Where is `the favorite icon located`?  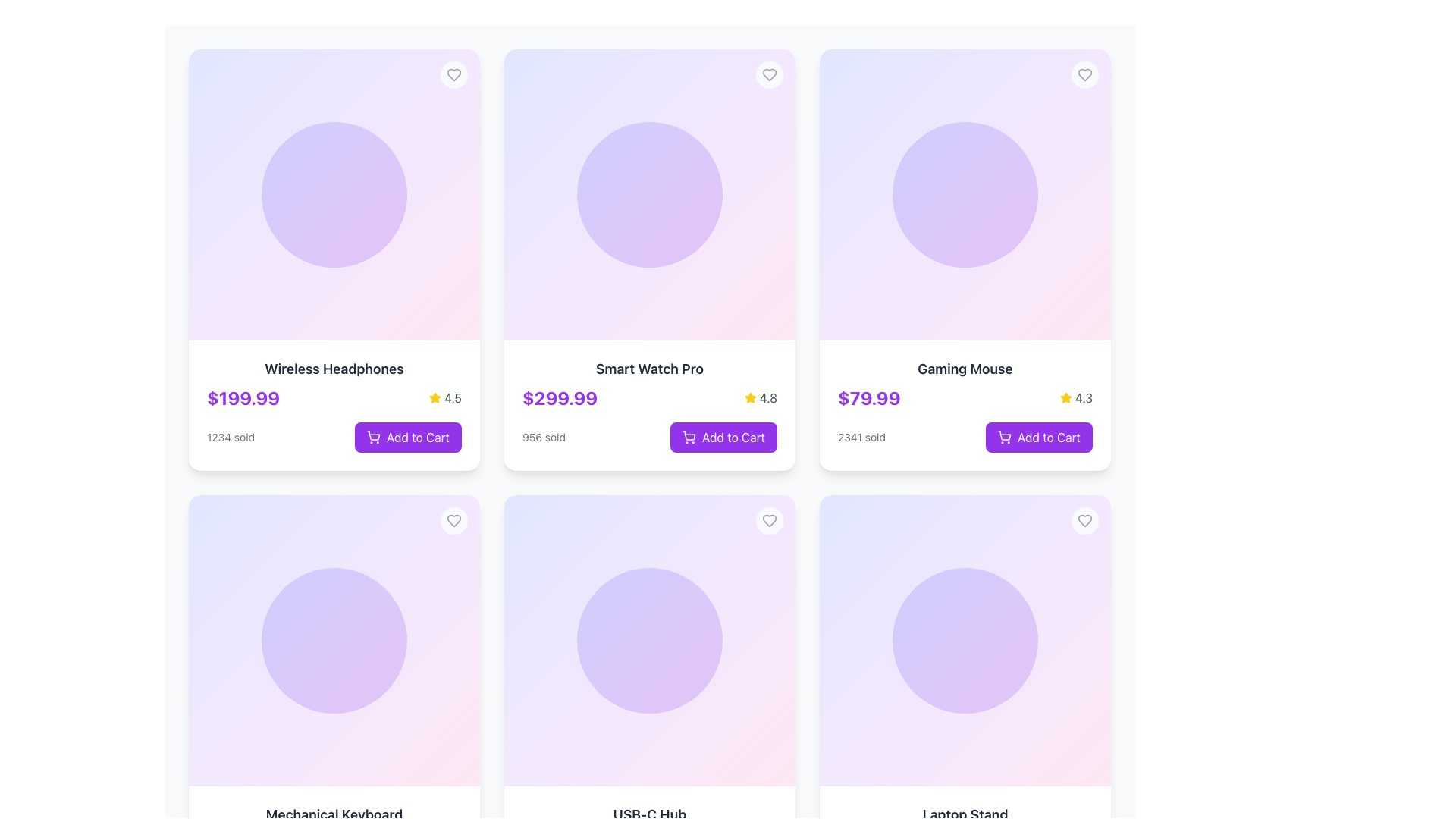 the favorite icon located is located at coordinates (453, 519).